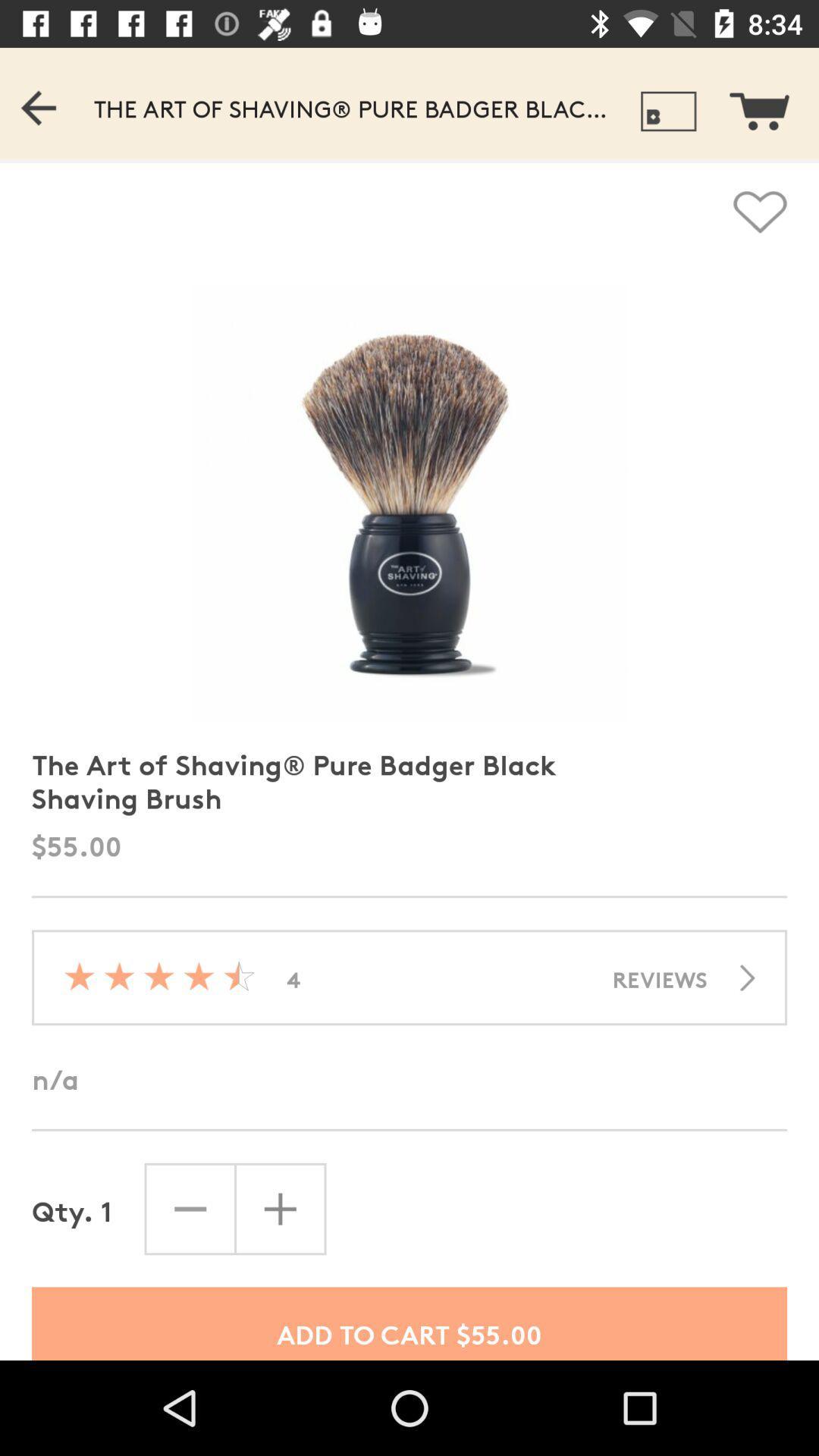 The image size is (819, 1456). I want to click on cart, so click(769, 102).